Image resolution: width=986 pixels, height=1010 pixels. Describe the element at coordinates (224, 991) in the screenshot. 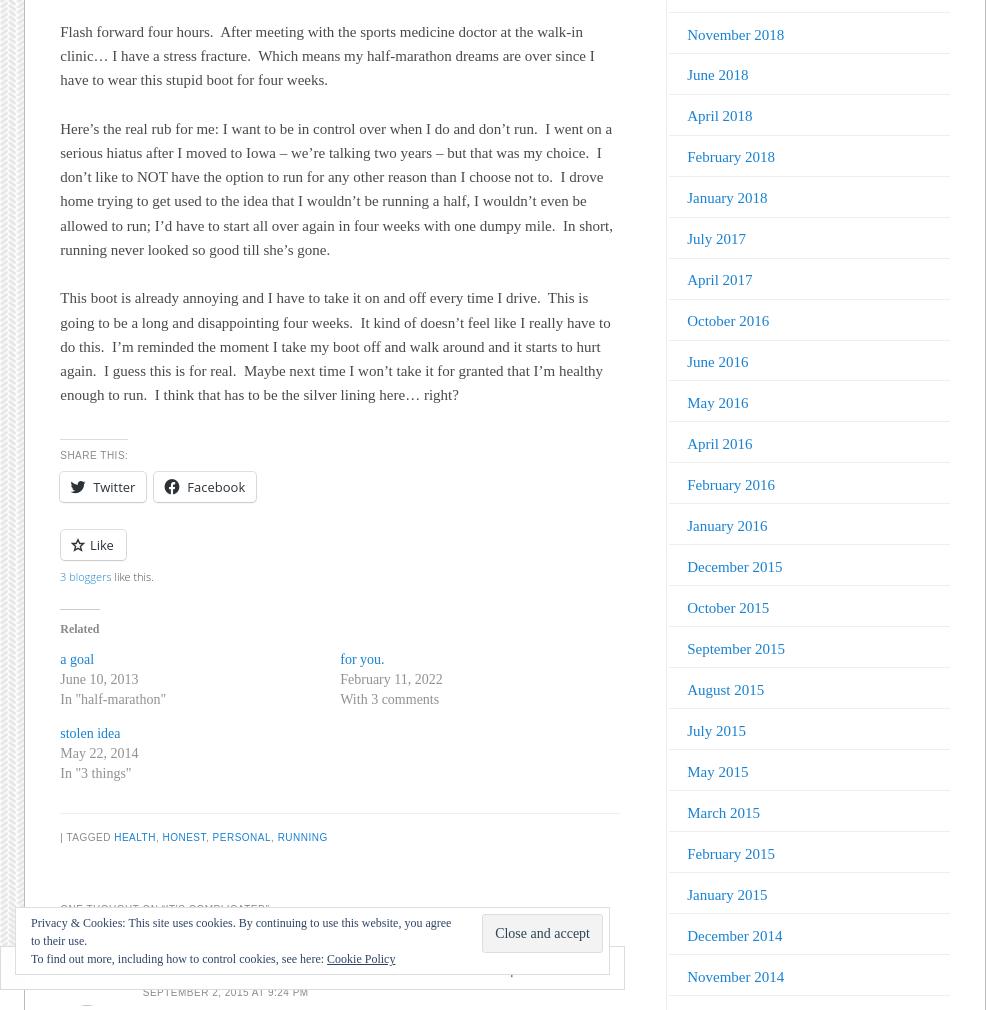

I see `'September 2, 2015 at 9:24 pm'` at that location.